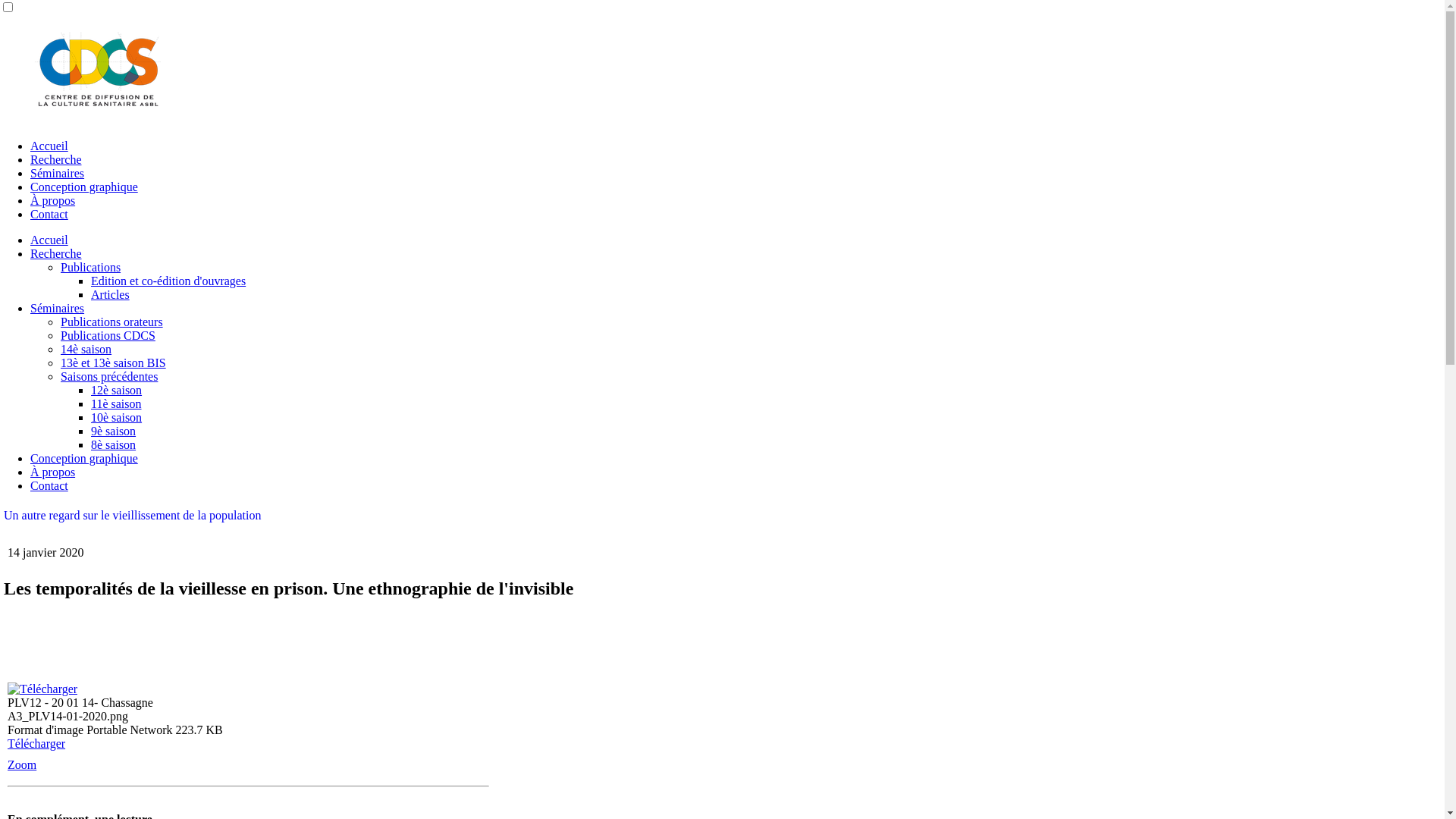  I want to click on 'Recherche', so click(55, 159).